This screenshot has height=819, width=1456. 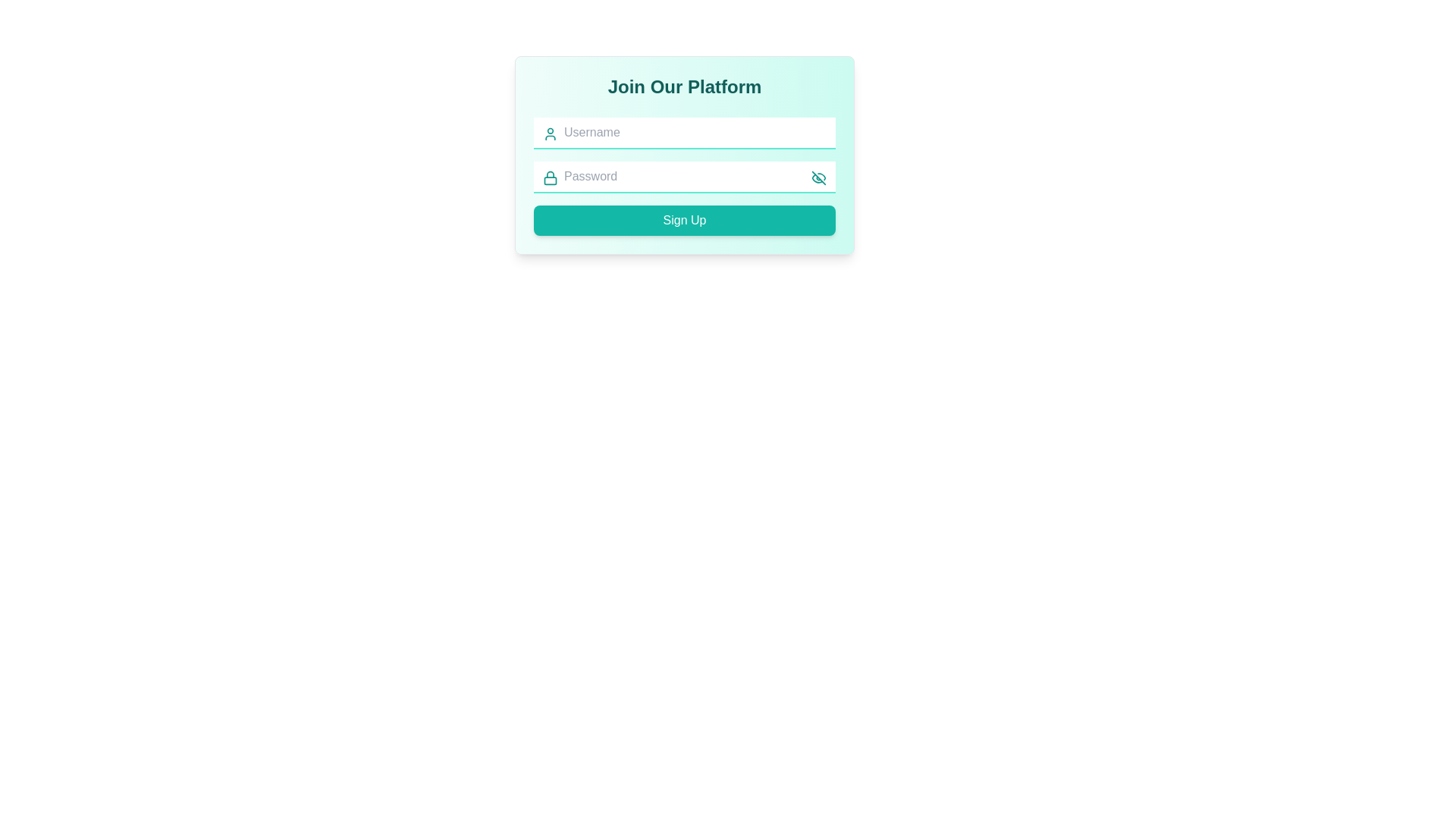 I want to click on the 'eye-off' button inside the password input field, so click(x=818, y=177).